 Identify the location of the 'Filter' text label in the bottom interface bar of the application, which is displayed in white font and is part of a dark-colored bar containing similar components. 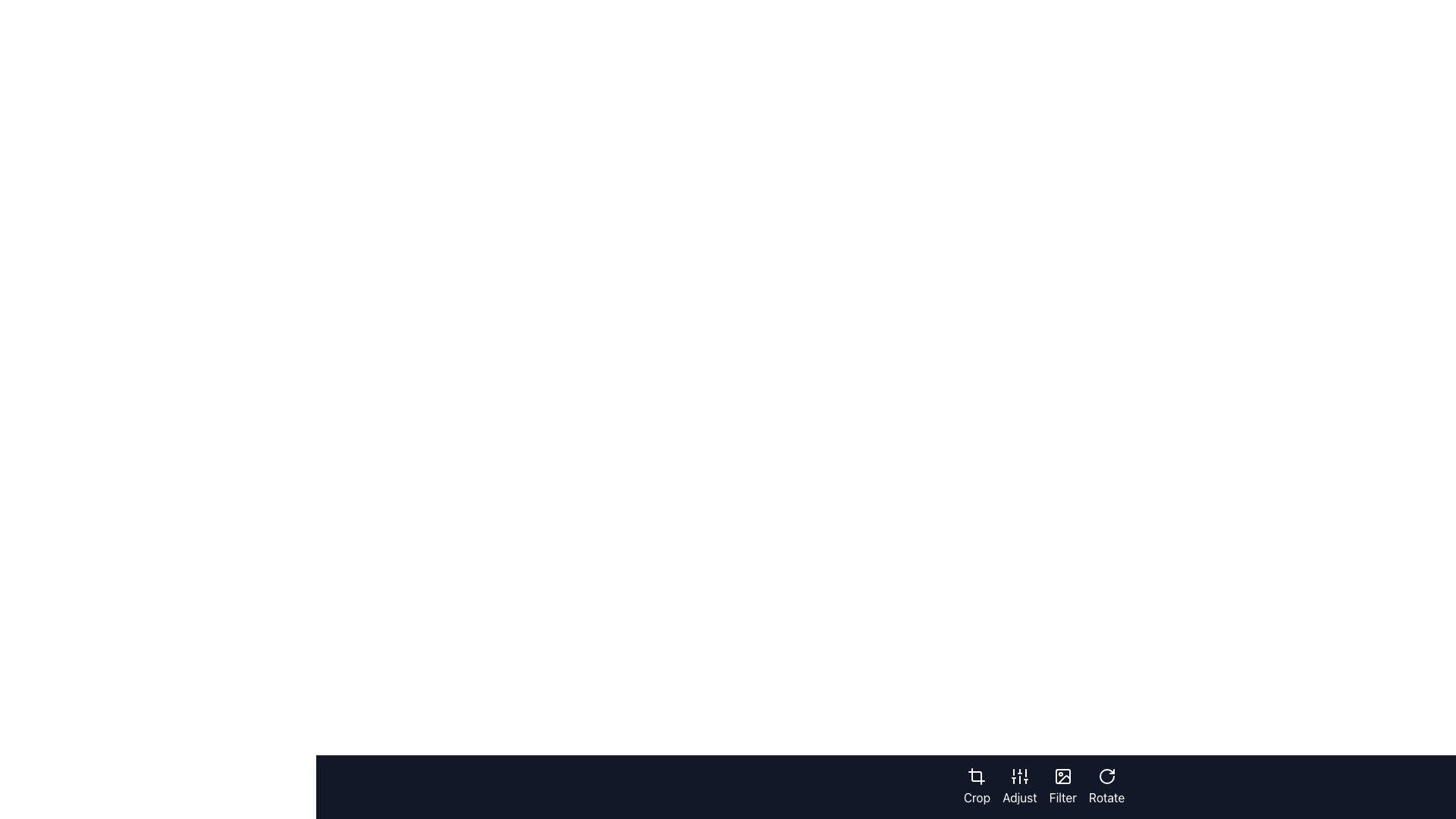
(1062, 797).